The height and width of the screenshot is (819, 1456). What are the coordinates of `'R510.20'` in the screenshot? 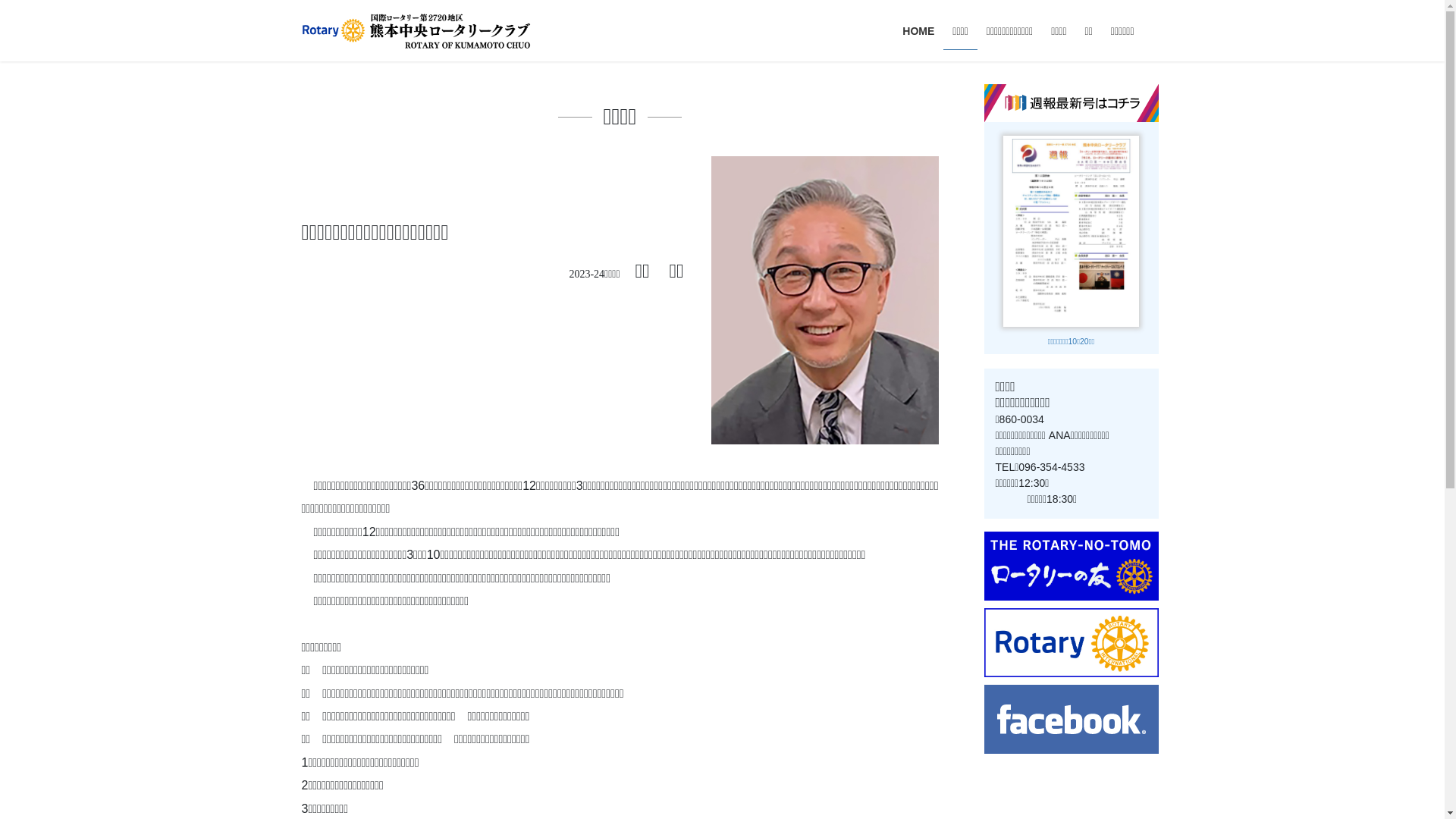 It's located at (1070, 230).